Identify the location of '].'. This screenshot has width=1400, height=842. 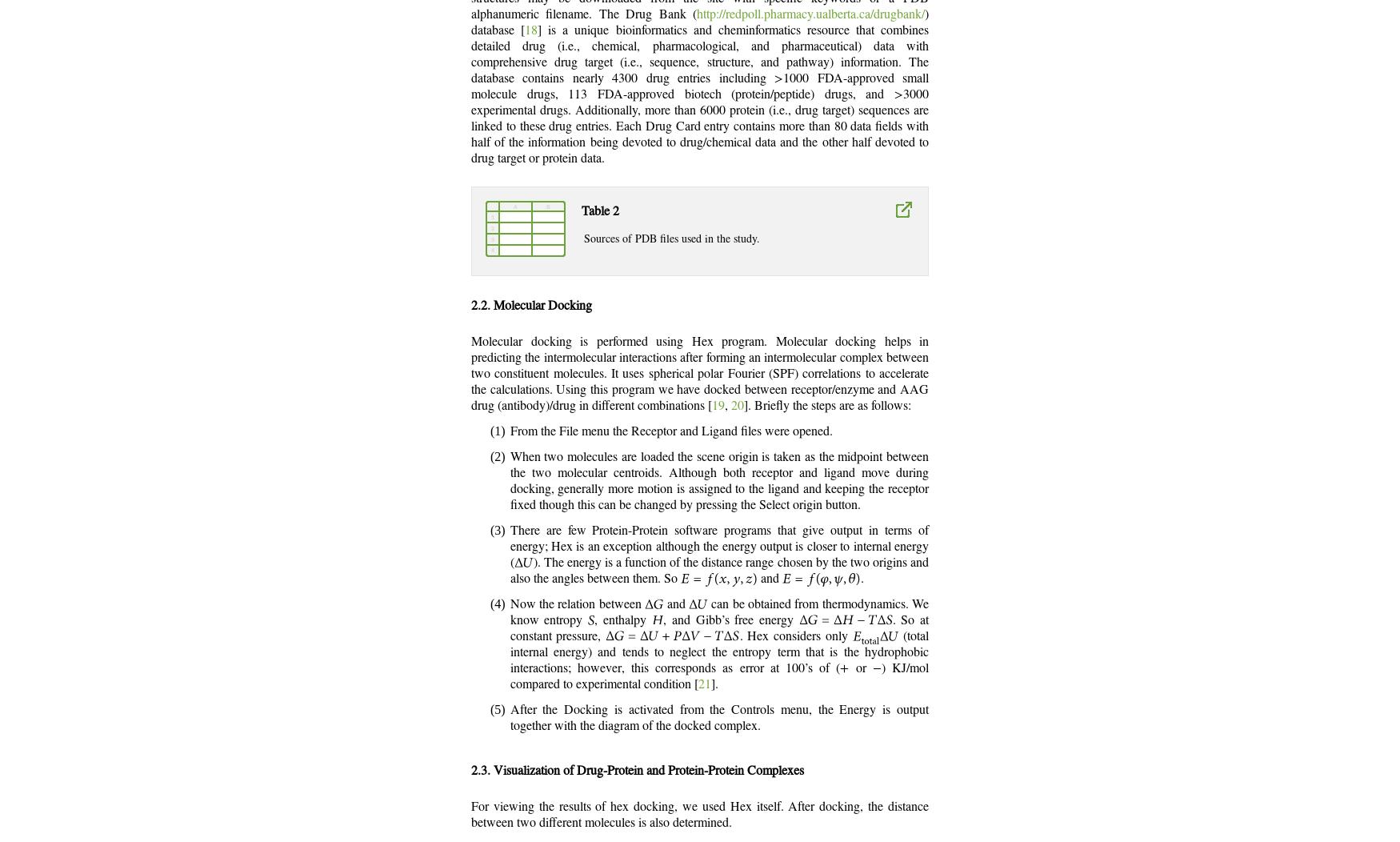
(713, 683).